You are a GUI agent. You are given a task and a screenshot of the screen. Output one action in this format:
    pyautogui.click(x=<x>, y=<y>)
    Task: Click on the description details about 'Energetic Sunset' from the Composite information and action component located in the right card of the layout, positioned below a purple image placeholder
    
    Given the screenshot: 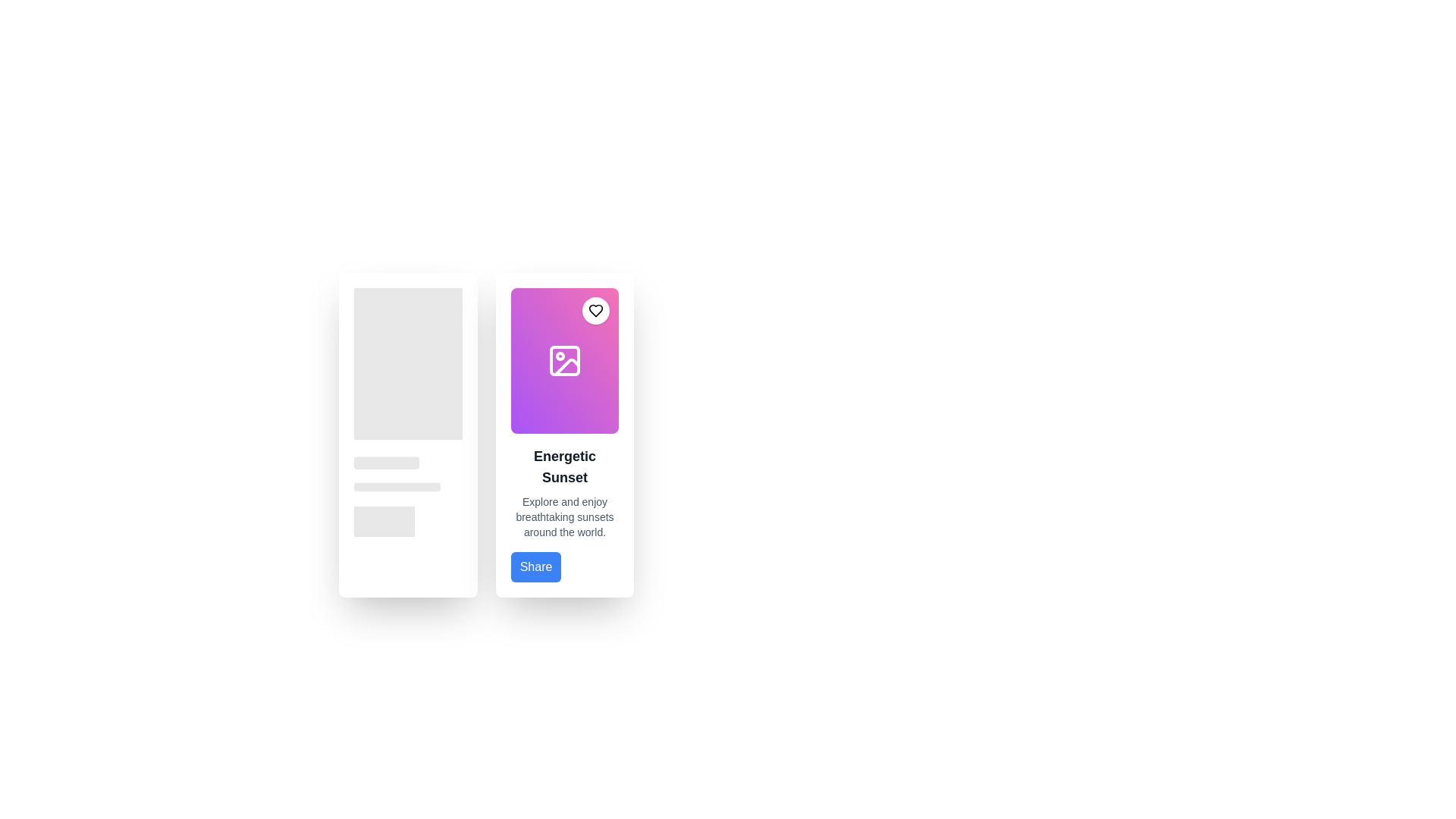 What is the action you would take?
    pyautogui.click(x=563, y=513)
    